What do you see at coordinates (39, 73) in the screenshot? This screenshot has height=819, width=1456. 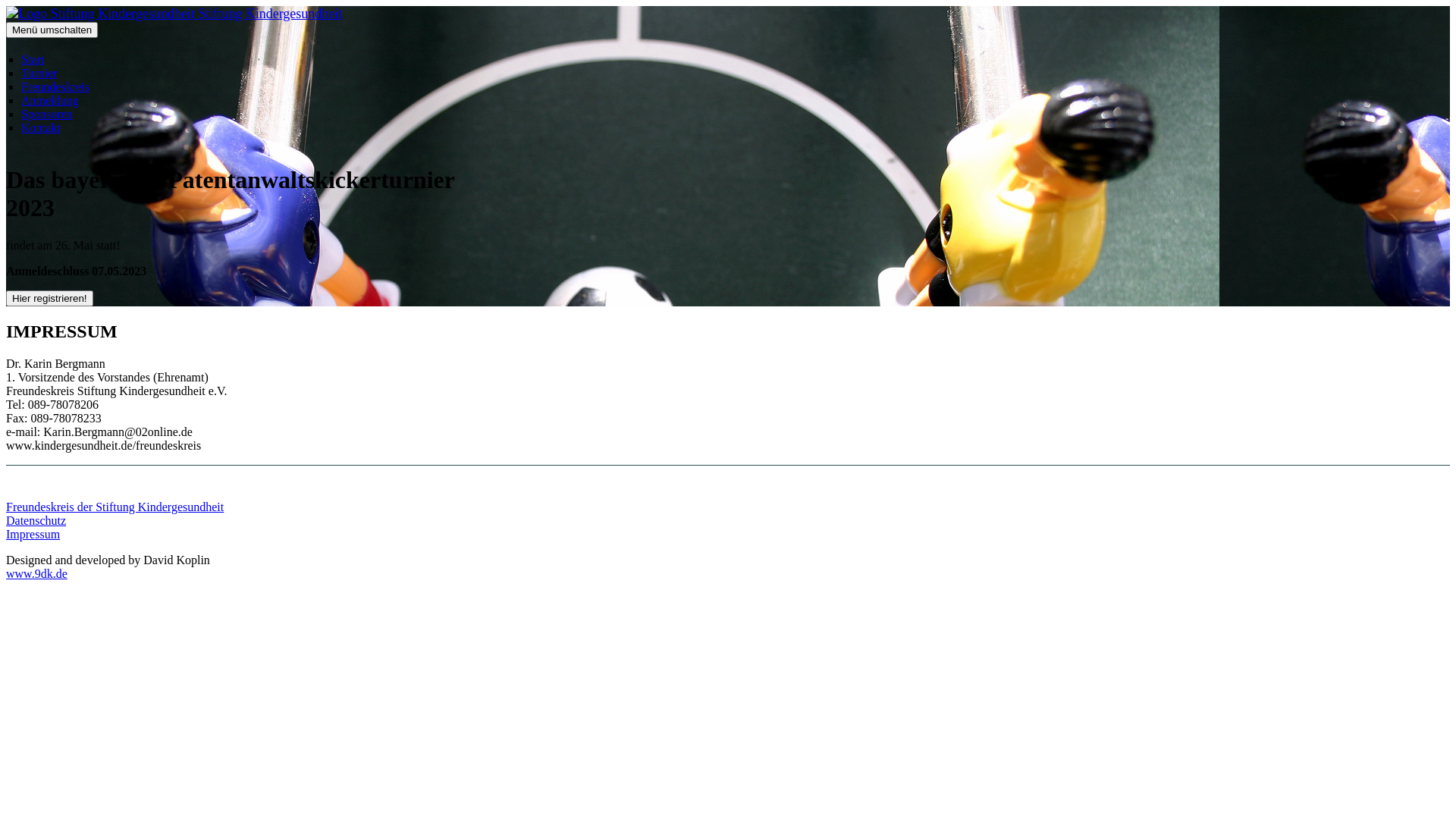 I see `'Turnier'` at bounding box center [39, 73].